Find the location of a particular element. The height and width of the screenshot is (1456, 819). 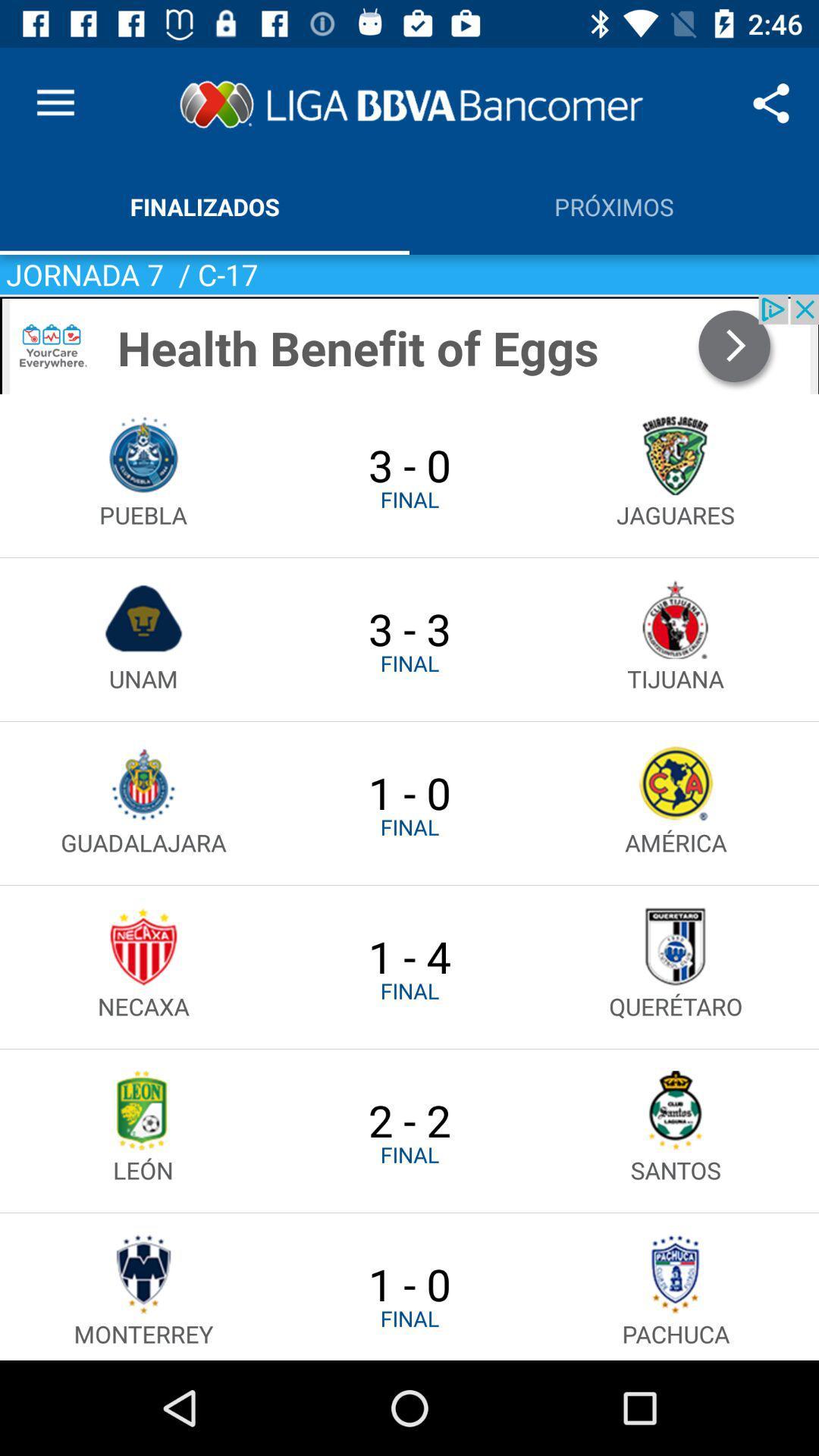

advertisement area is located at coordinates (409, 344).